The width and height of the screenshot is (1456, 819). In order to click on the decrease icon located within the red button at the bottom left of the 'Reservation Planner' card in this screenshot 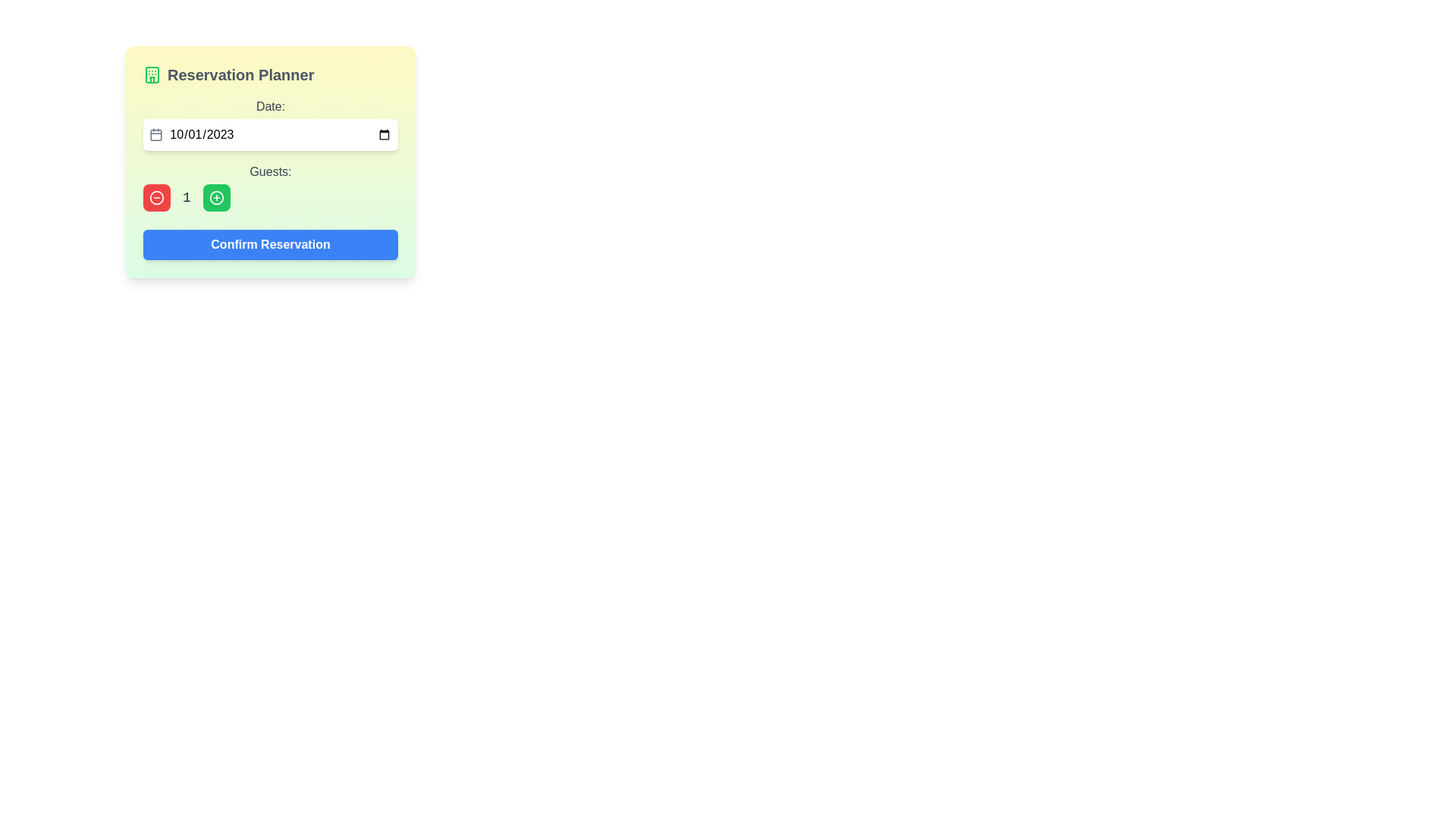, I will do `click(156, 197)`.